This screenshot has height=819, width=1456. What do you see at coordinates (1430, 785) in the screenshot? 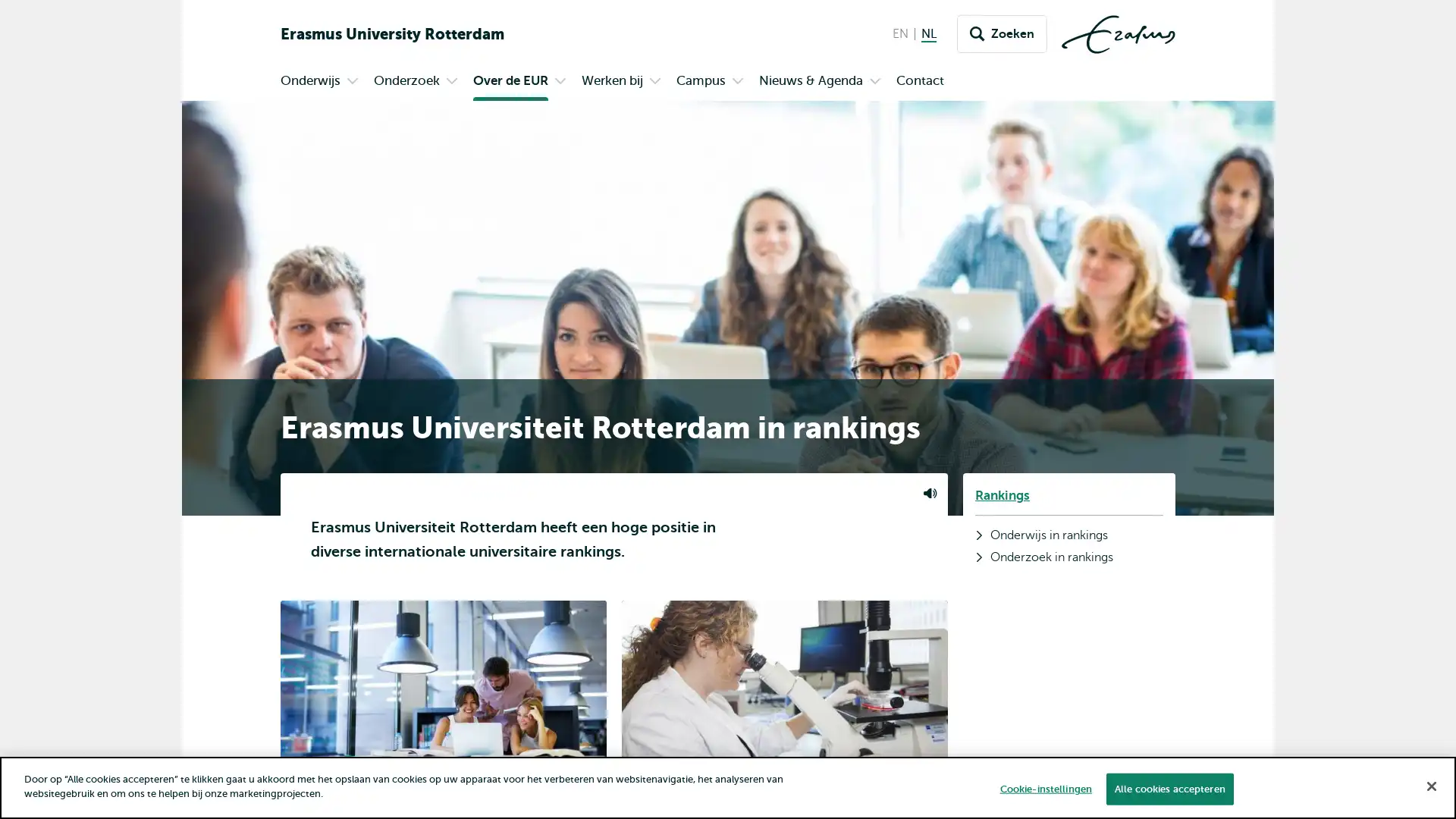
I see `Sluiten` at bounding box center [1430, 785].